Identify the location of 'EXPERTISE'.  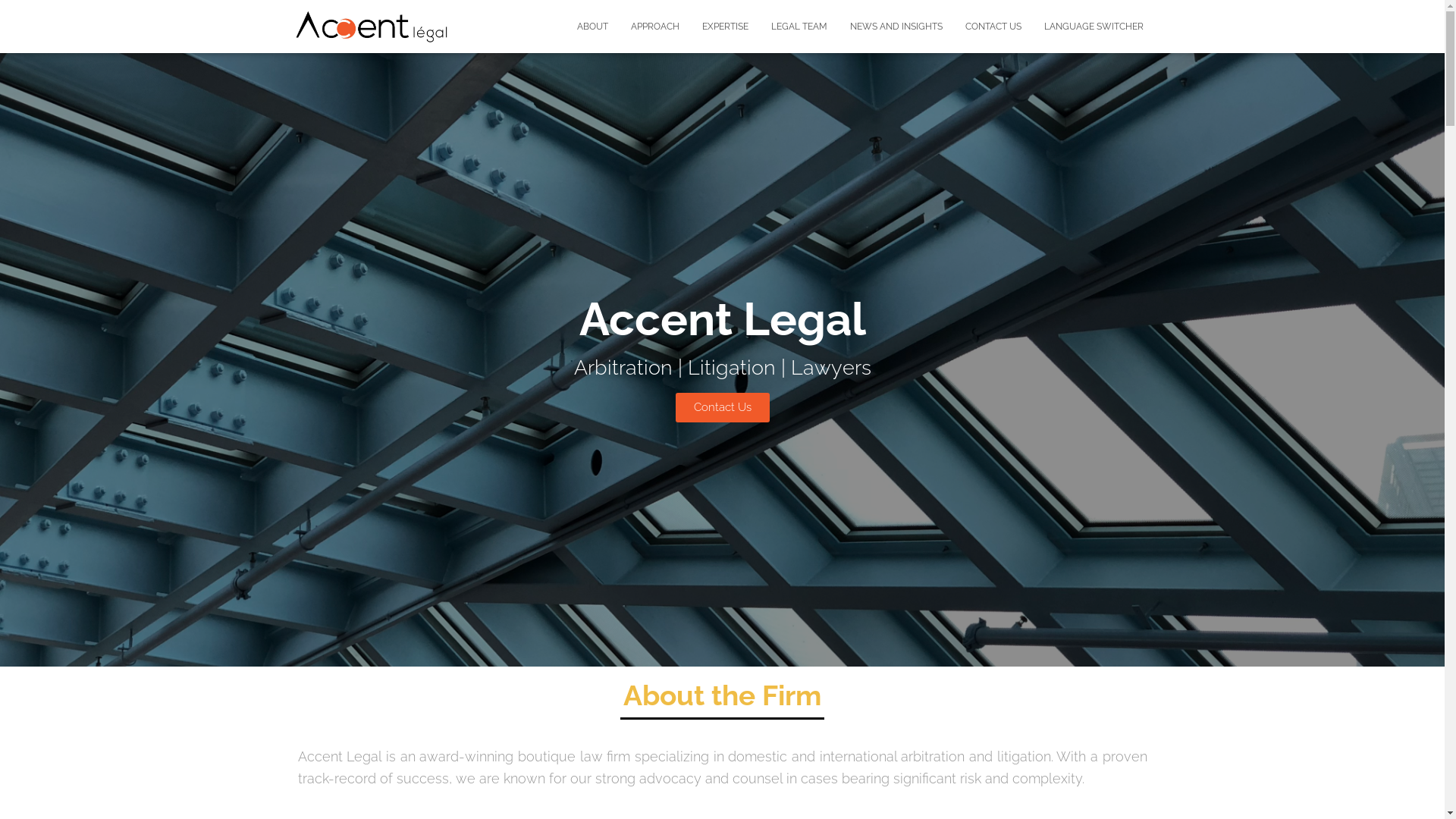
(723, 26).